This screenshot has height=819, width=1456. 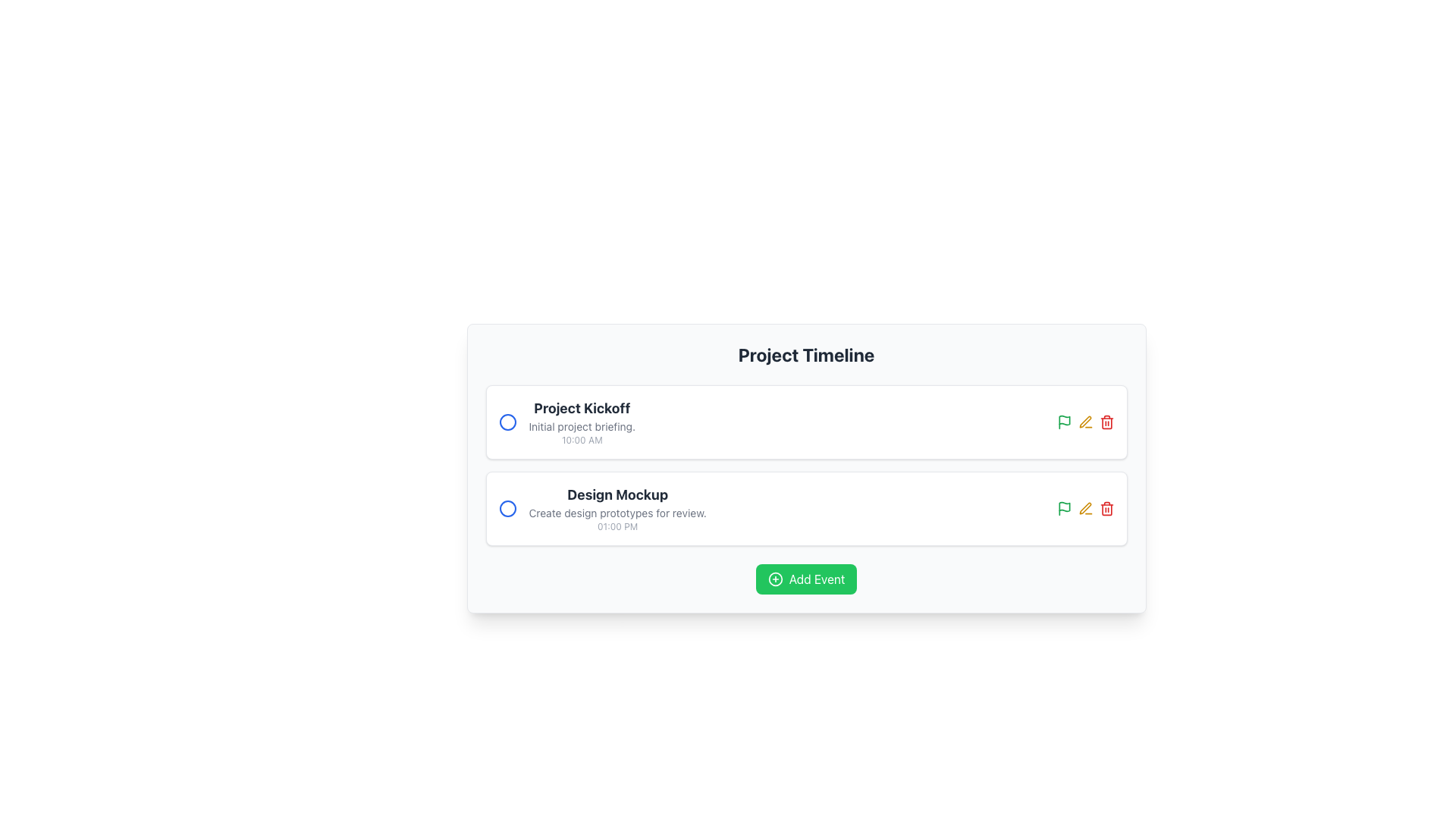 I want to click on the delete icon, which is the third icon in the group aligned to the right of the 'Design Mockup' timeline event, so click(x=1106, y=422).